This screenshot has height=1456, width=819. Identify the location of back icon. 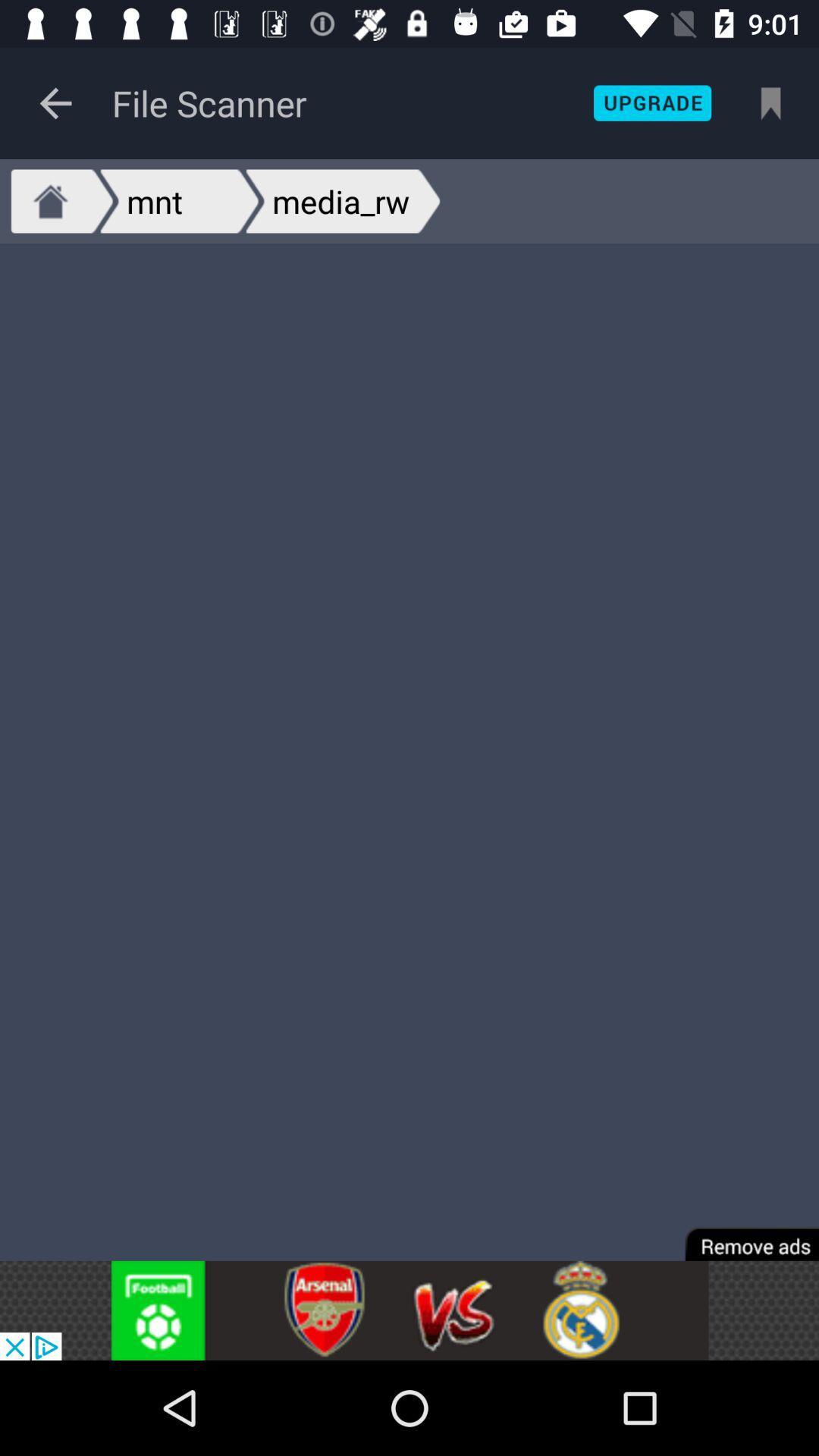
(55, 102).